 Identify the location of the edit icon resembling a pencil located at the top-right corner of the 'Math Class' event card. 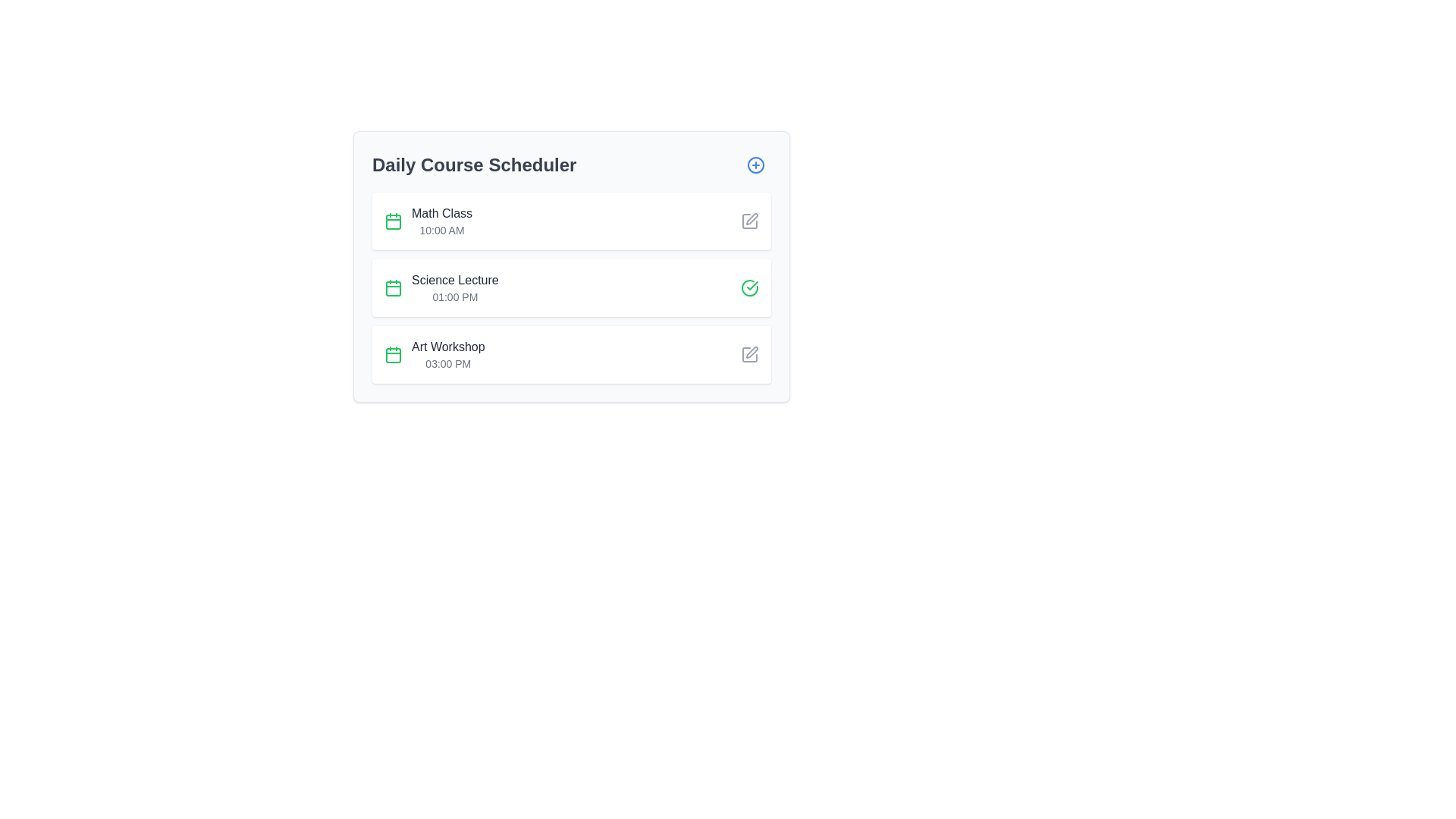
(749, 221).